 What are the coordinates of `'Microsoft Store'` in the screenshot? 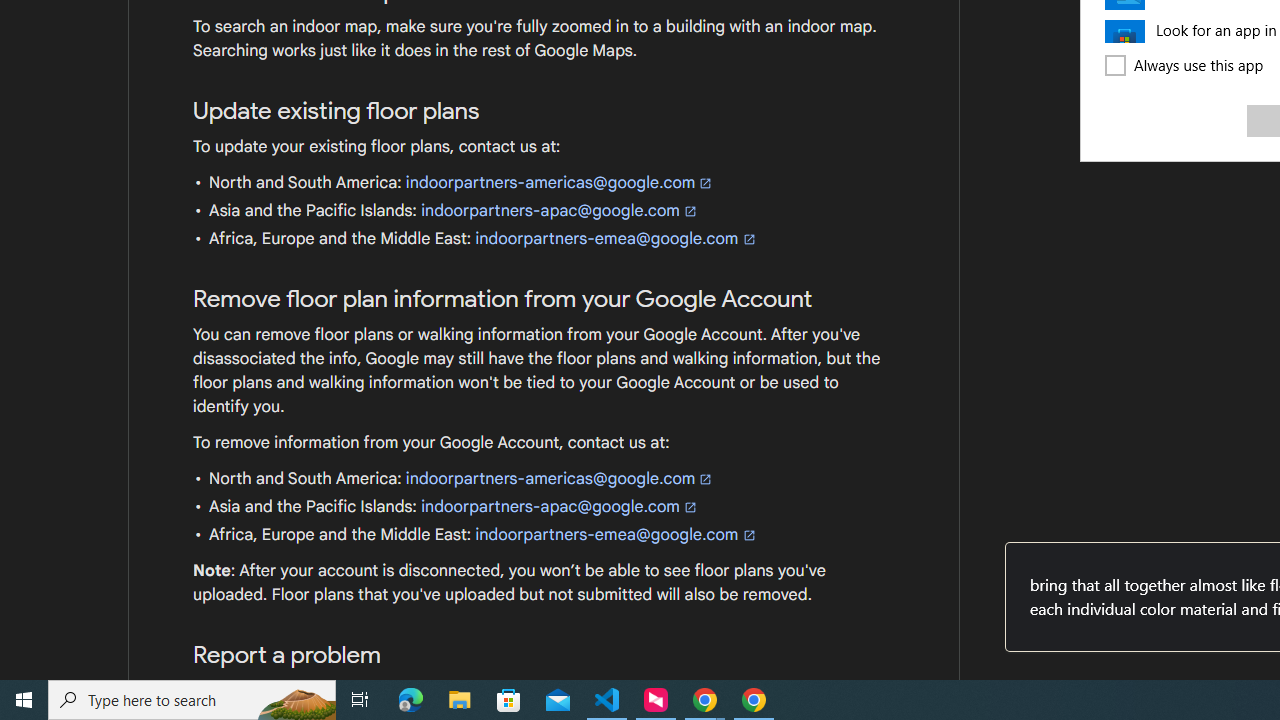 It's located at (509, 698).